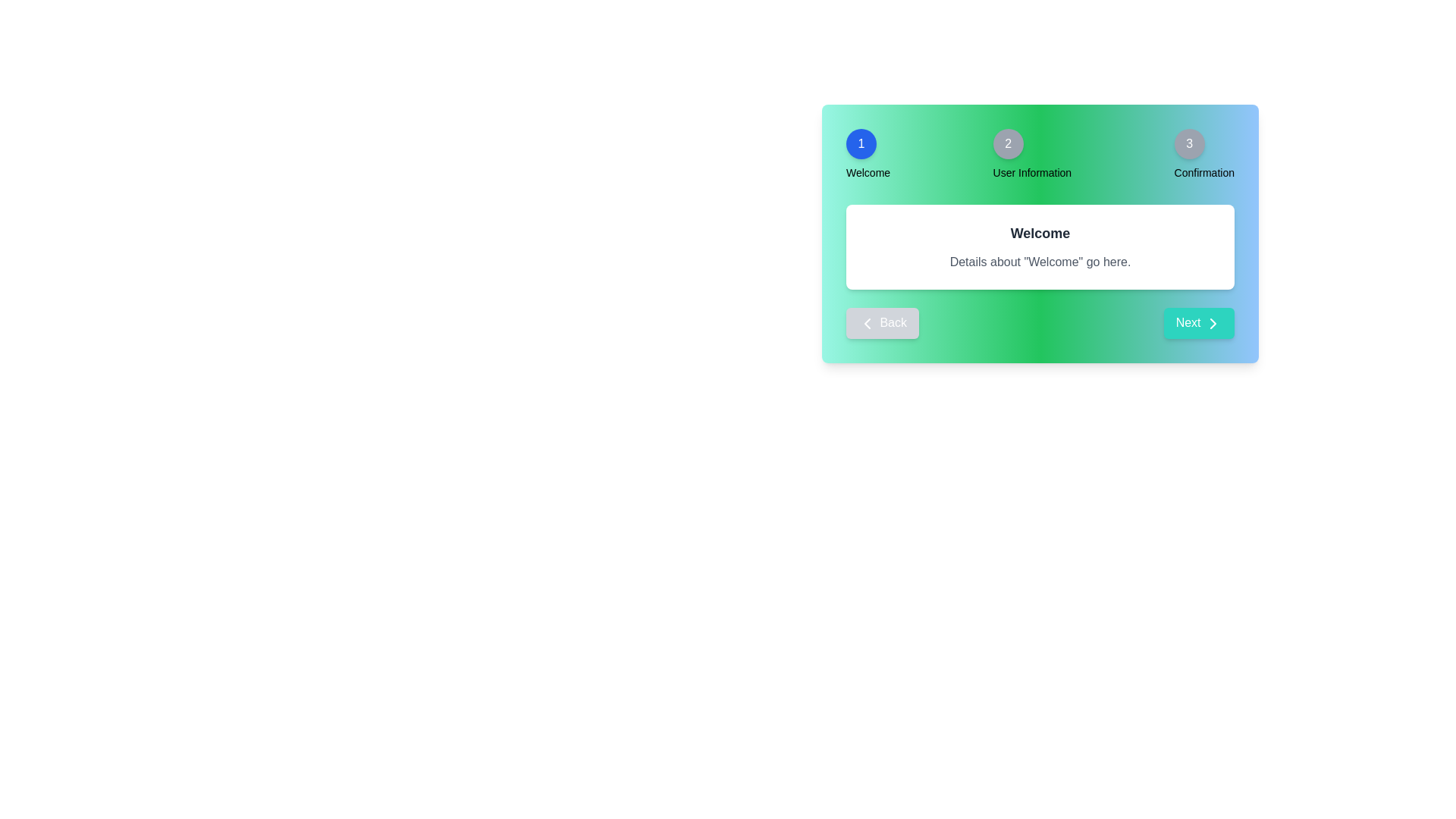 The width and height of the screenshot is (1456, 819). What do you see at coordinates (861, 143) in the screenshot?
I see `the step indicator for Welcome step` at bounding box center [861, 143].